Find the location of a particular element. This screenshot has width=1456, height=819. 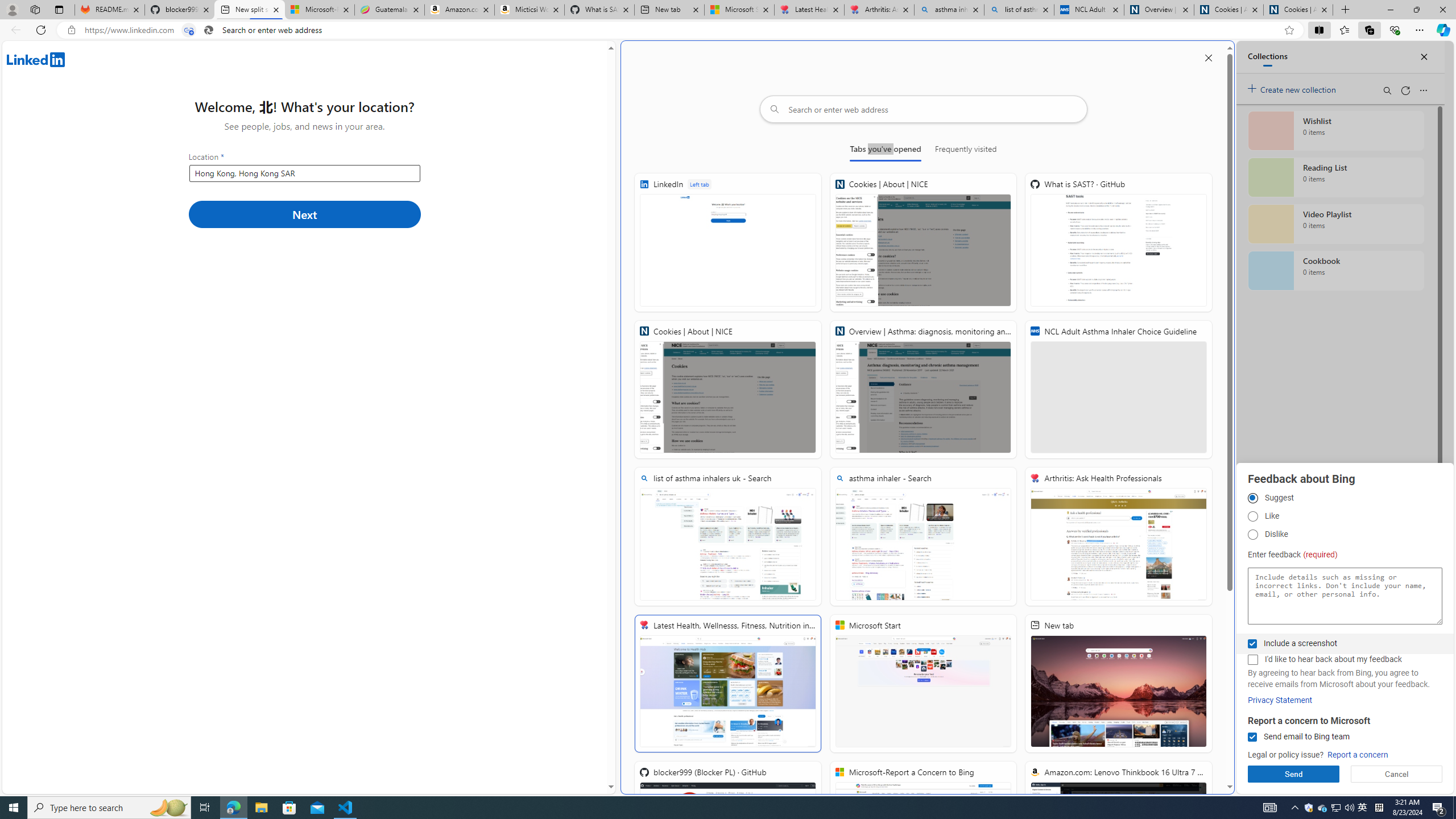

'Close split screen' is located at coordinates (1207, 57).